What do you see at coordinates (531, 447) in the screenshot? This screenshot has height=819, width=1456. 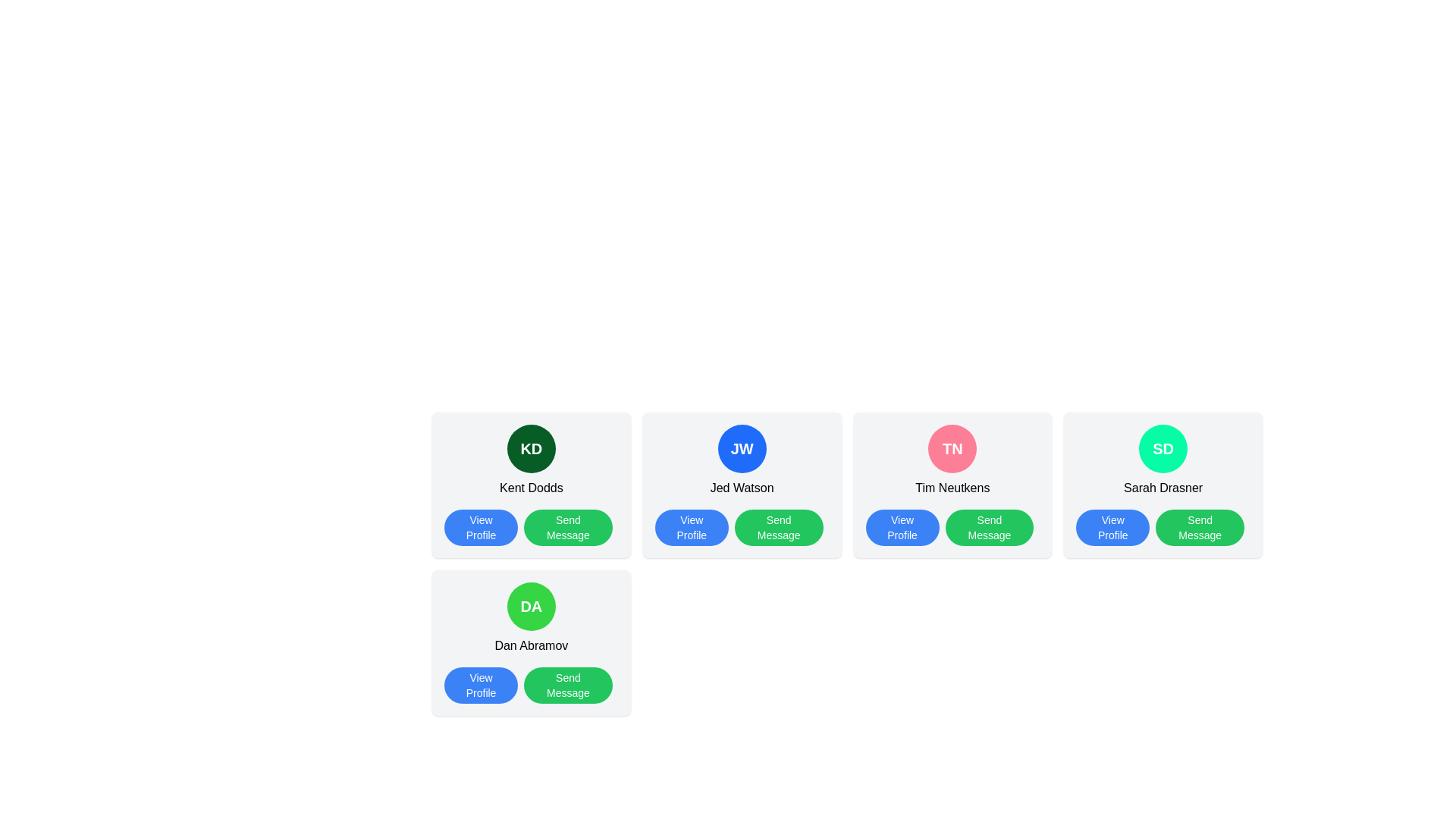 I see `the avatar element representing the user 'Kent Dodds', which is centrally positioned above the textual content 'Kent Dodds'` at bounding box center [531, 447].